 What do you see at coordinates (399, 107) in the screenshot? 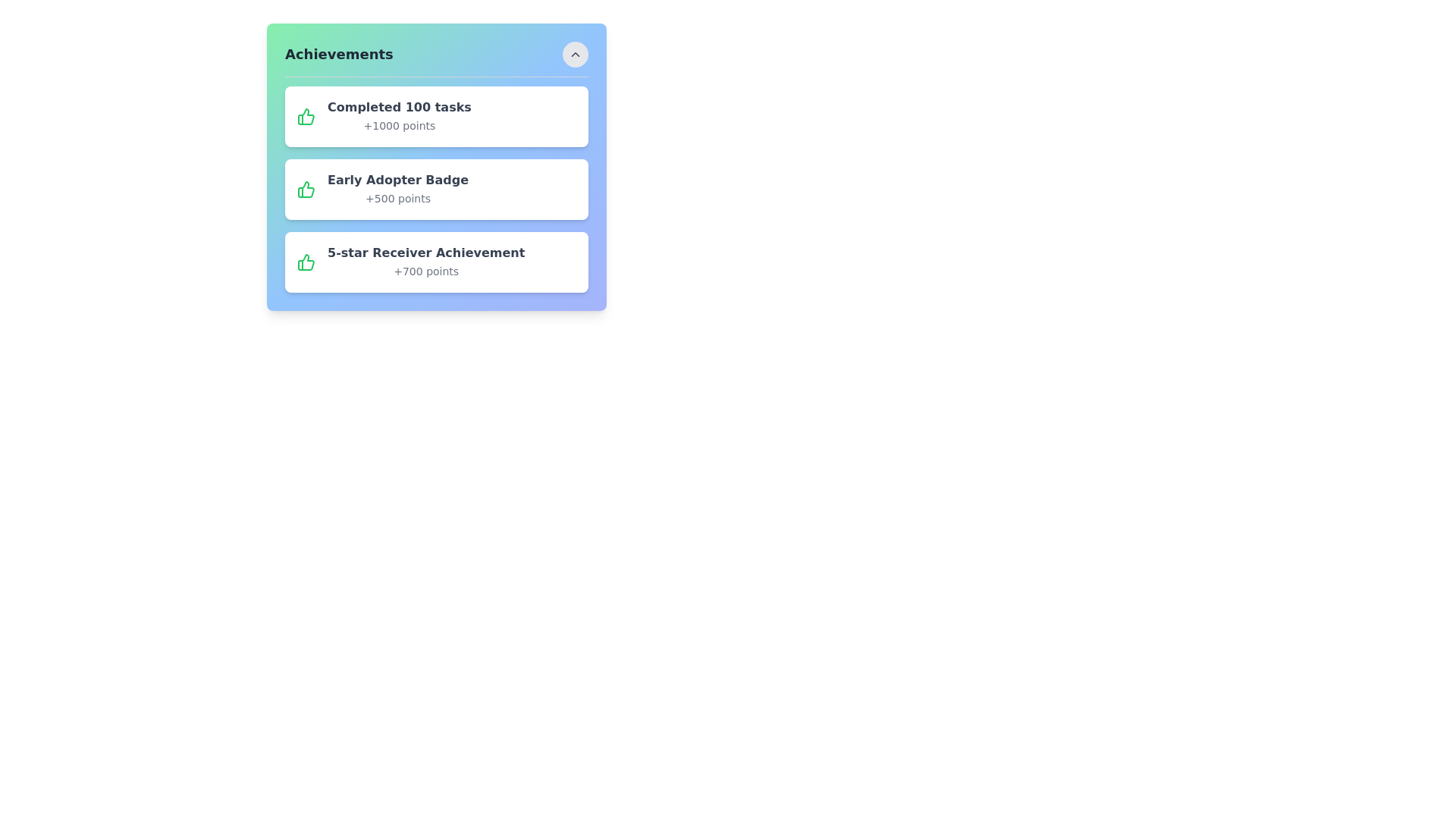
I see `the static text label displaying 'Completed 100 tasks', which is prominently styled in bold medium-dark gray and positioned at the top of the achievements block` at bounding box center [399, 107].